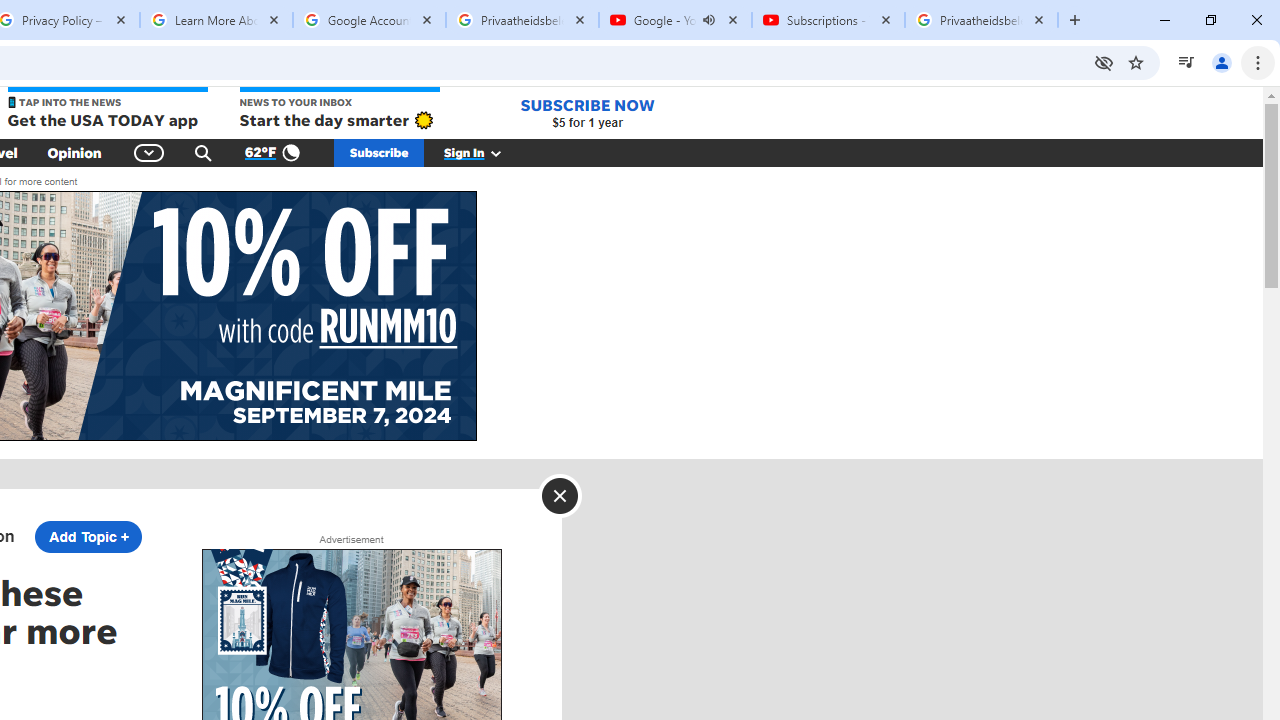  Describe the element at coordinates (483, 152) in the screenshot. I see `'Sign In'` at that location.